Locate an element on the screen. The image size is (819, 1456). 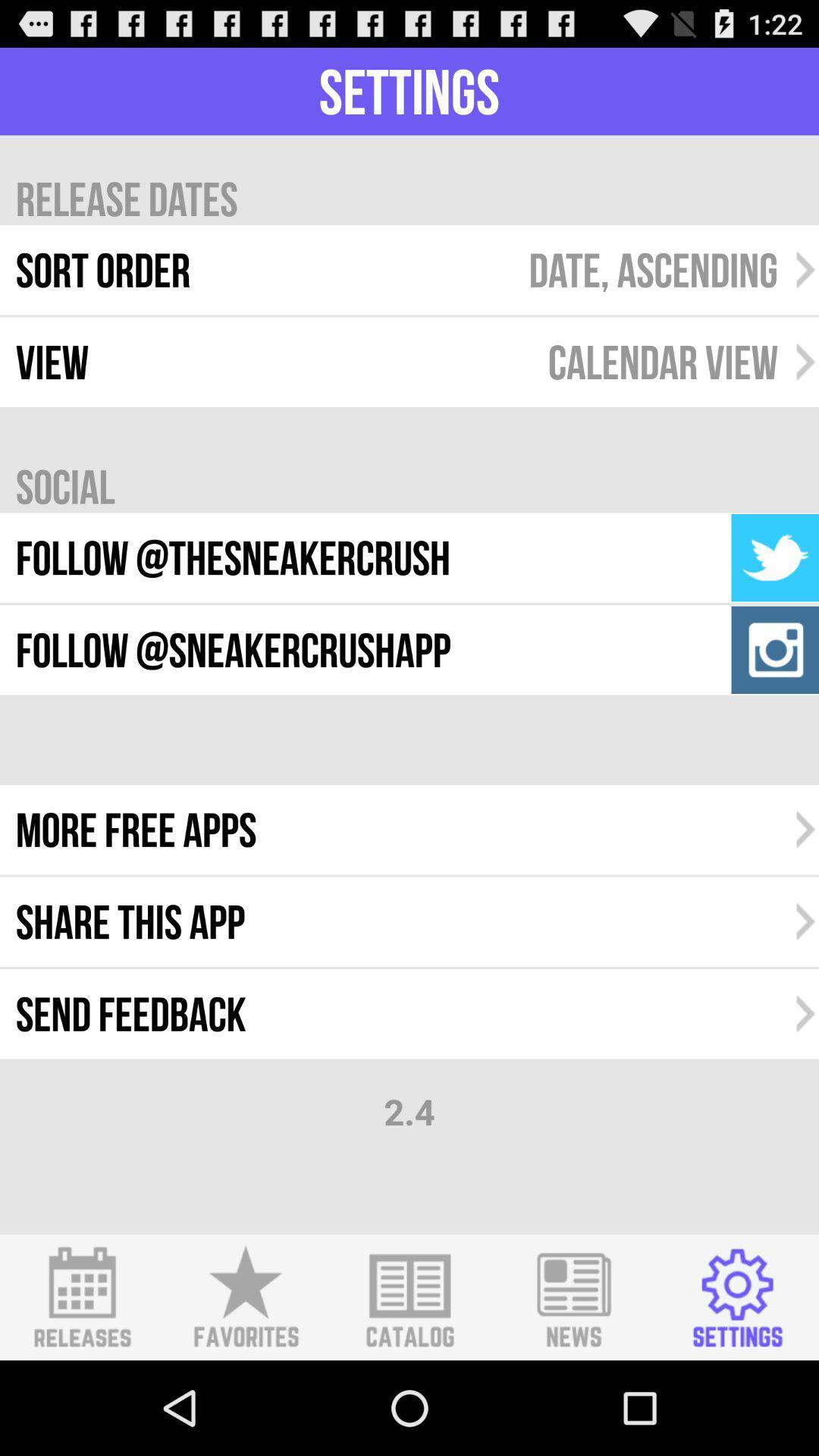
the item next to view item is located at coordinates (662, 361).